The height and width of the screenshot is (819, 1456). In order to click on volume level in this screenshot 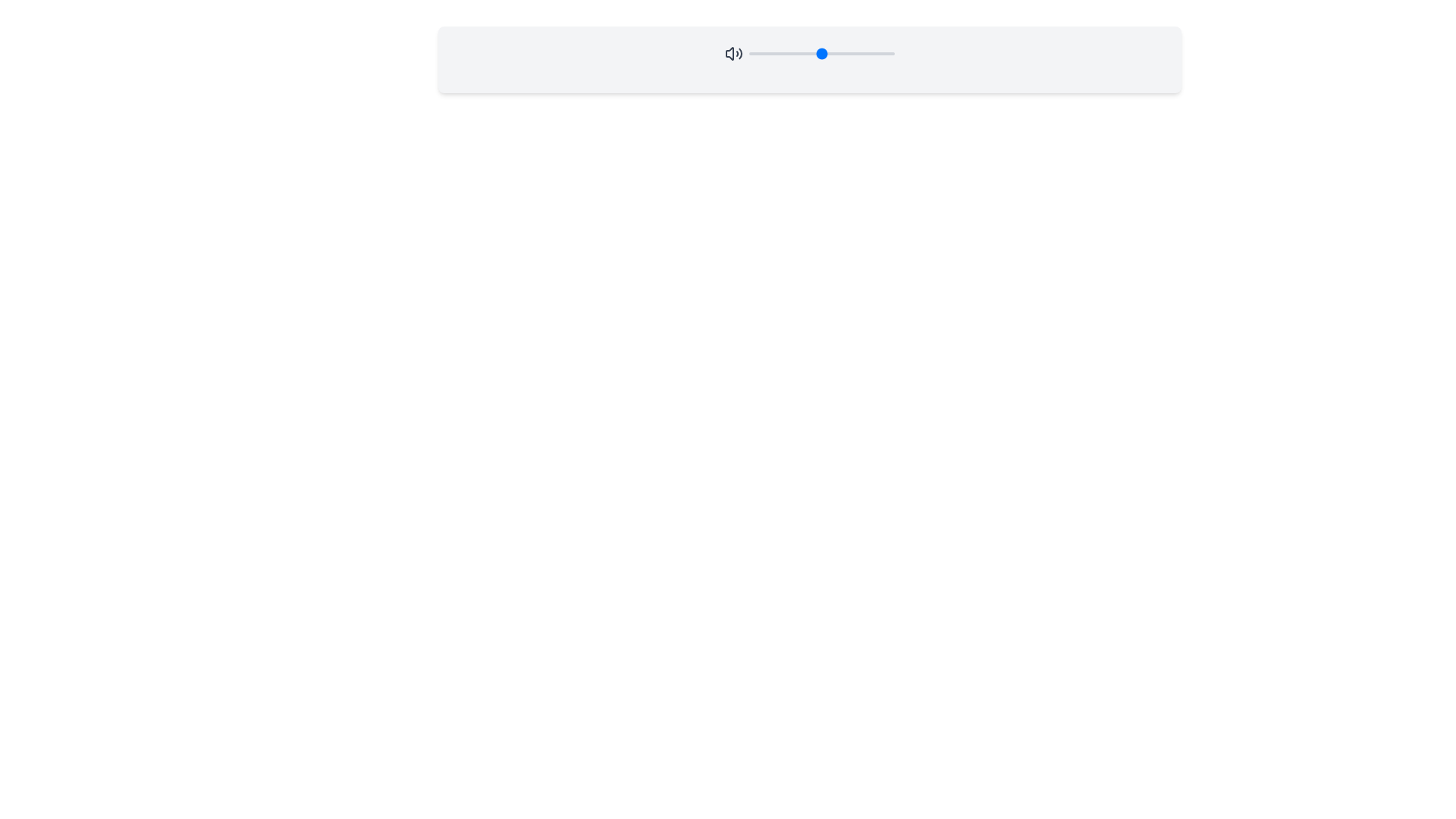, I will do `click(876, 52)`.